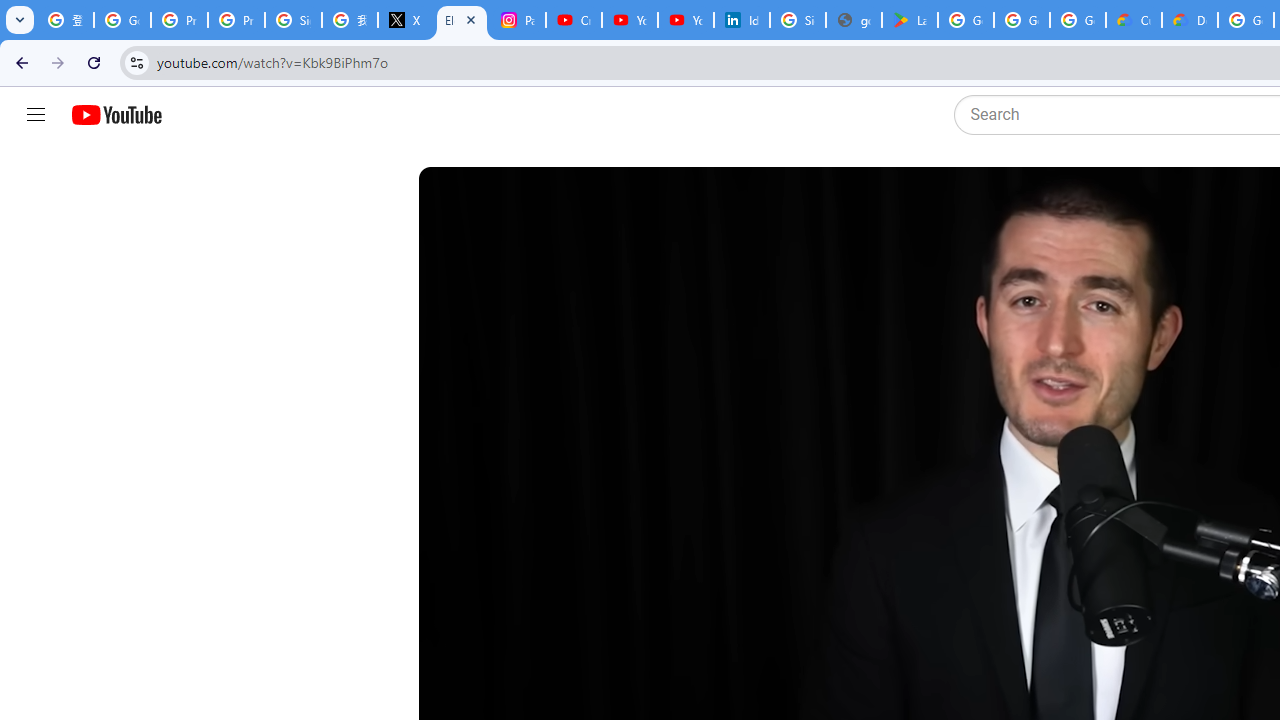  I want to click on 'Guide', so click(35, 115).